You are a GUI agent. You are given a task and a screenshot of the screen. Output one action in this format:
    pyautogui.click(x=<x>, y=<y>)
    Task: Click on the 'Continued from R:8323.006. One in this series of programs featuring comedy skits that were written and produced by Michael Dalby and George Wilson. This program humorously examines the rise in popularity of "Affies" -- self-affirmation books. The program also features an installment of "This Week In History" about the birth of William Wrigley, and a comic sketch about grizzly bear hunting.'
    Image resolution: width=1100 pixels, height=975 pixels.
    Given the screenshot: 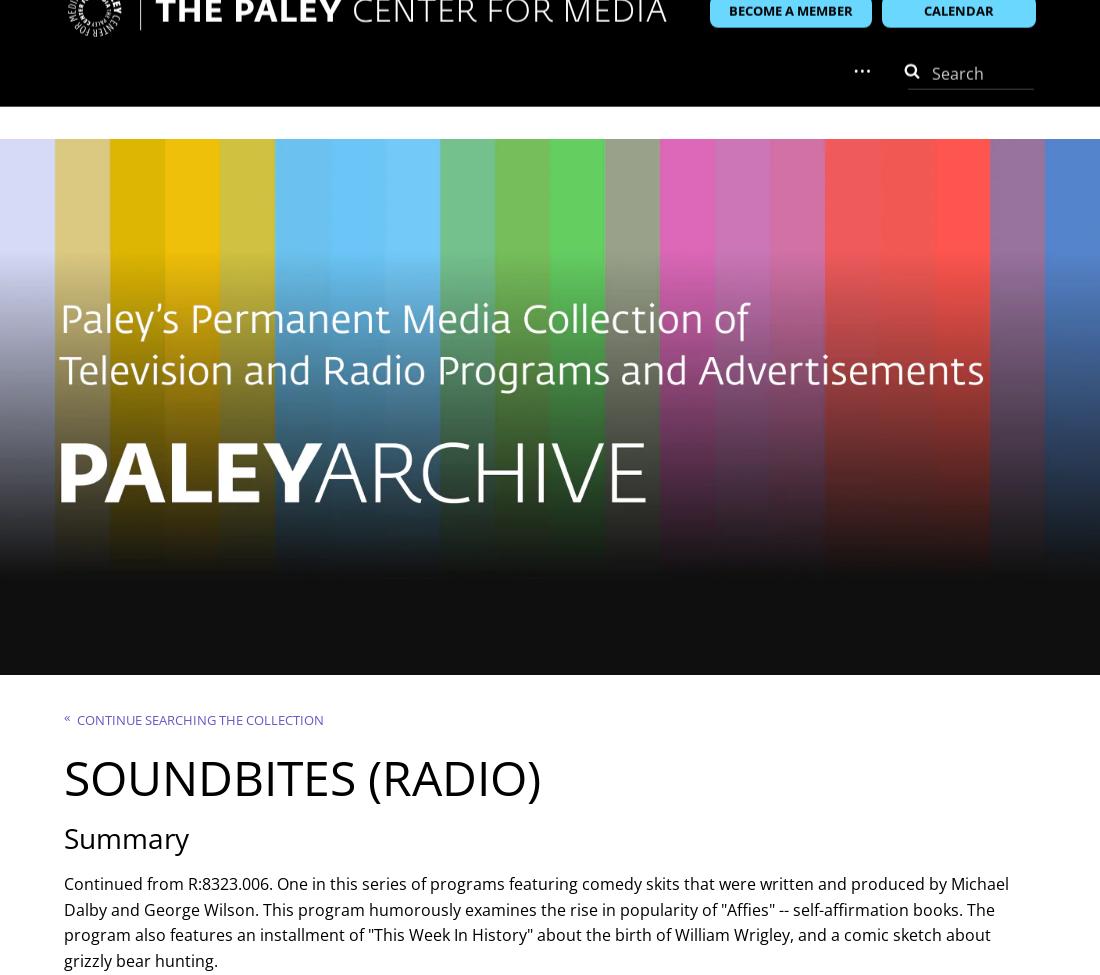 What is the action you would take?
    pyautogui.click(x=536, y=920)
    